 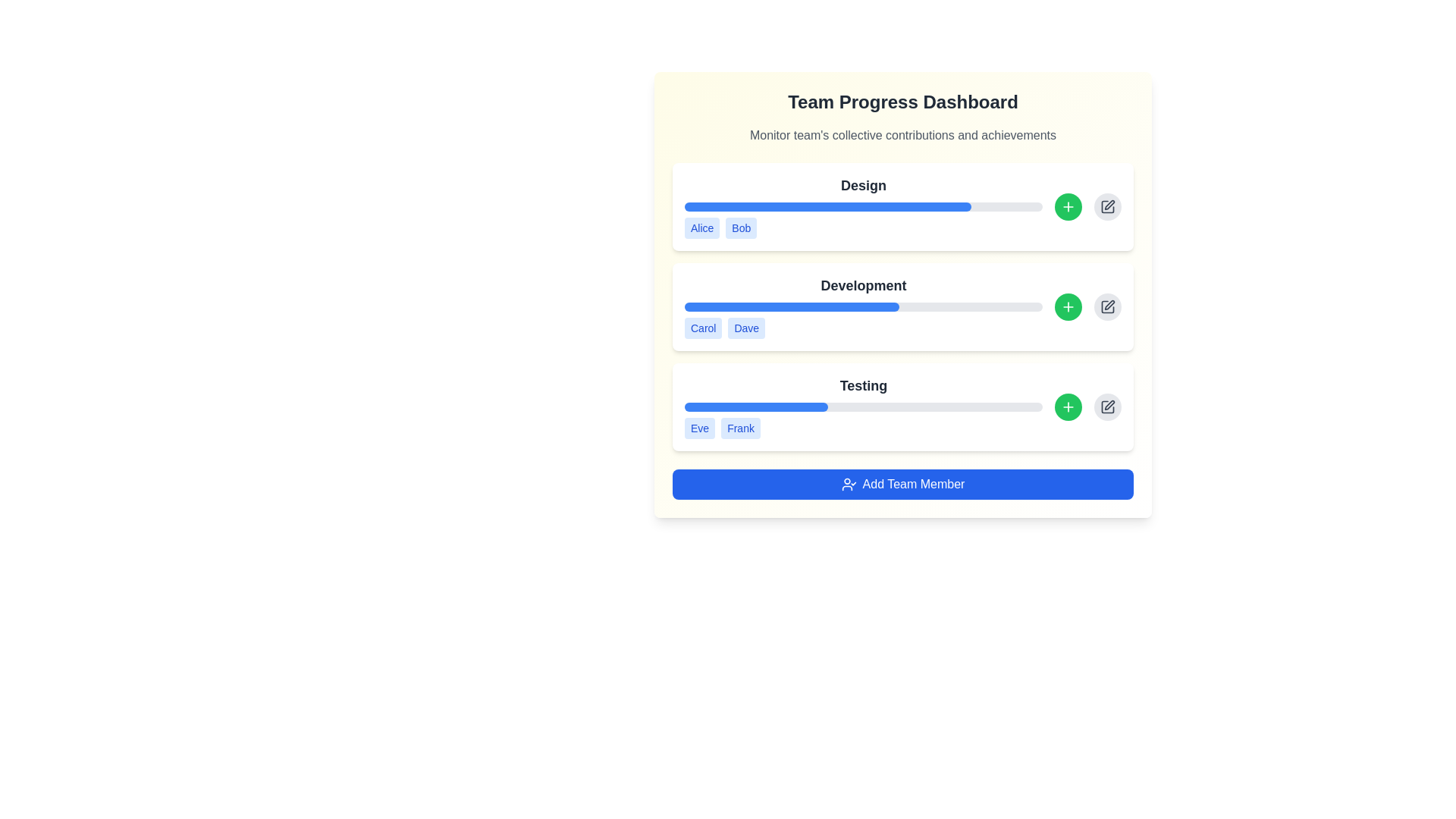 What do you see at coordinates (1107, 307) in the screenshot?
I see `the edit icon located in the rightmost part of the 'Development' section of the dashboard` at bounding box center [1107, 307].